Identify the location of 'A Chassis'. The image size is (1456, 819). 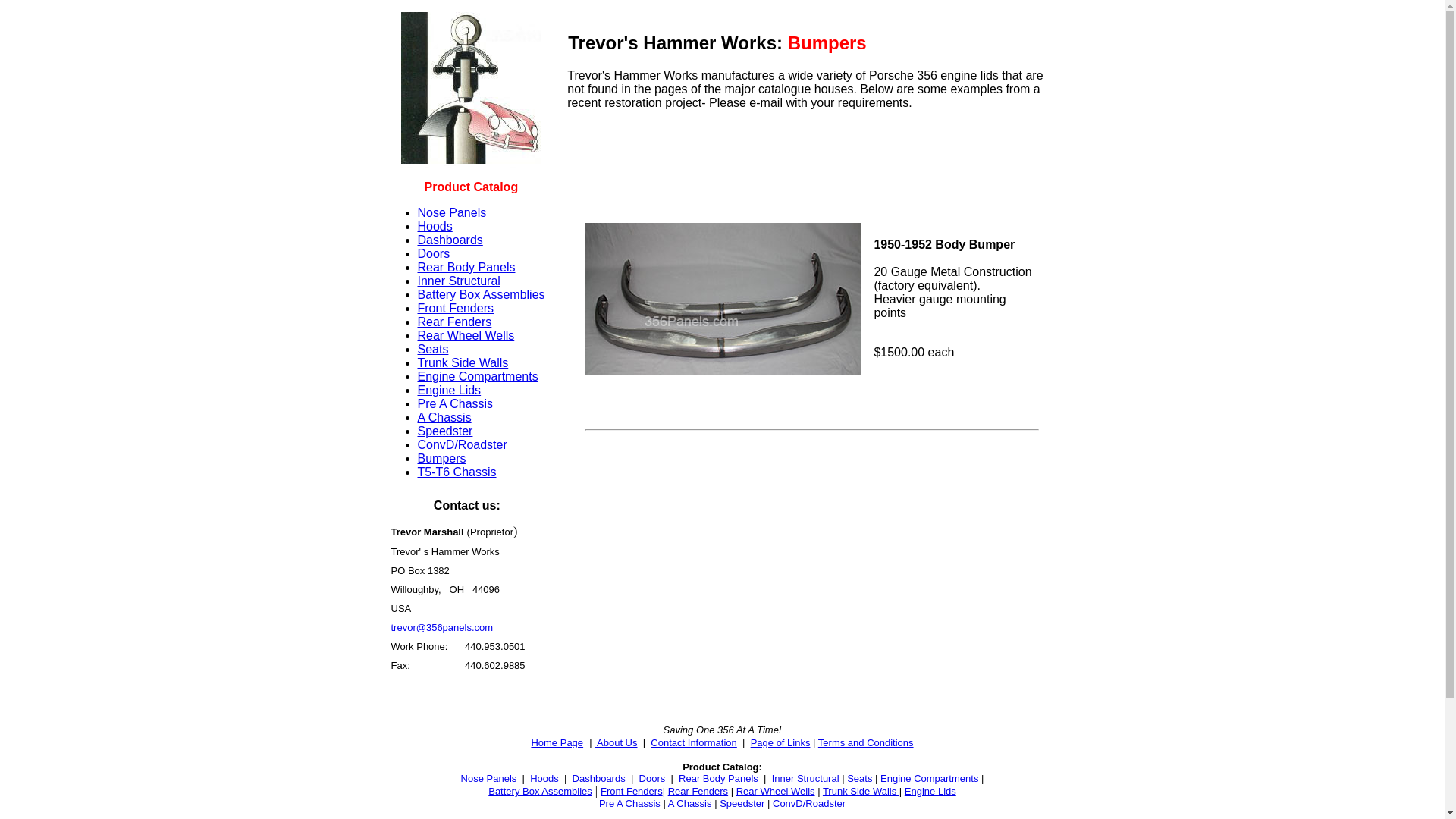
(689, 802).